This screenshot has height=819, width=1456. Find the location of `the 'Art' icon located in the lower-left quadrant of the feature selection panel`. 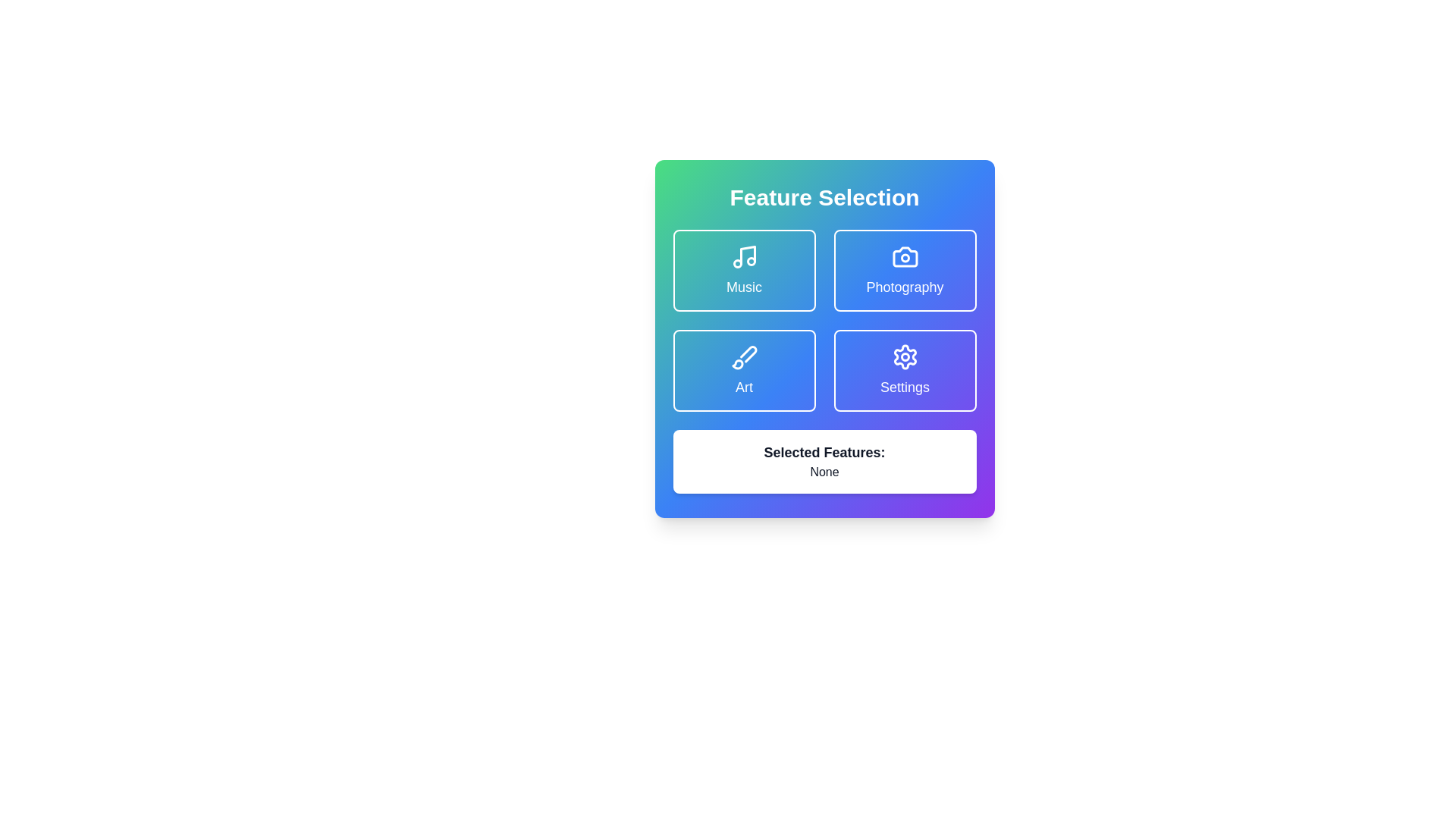

the 'Art' icon located in the lower-left quadrant of the feature selection panel is located at coordinates (744, 356).